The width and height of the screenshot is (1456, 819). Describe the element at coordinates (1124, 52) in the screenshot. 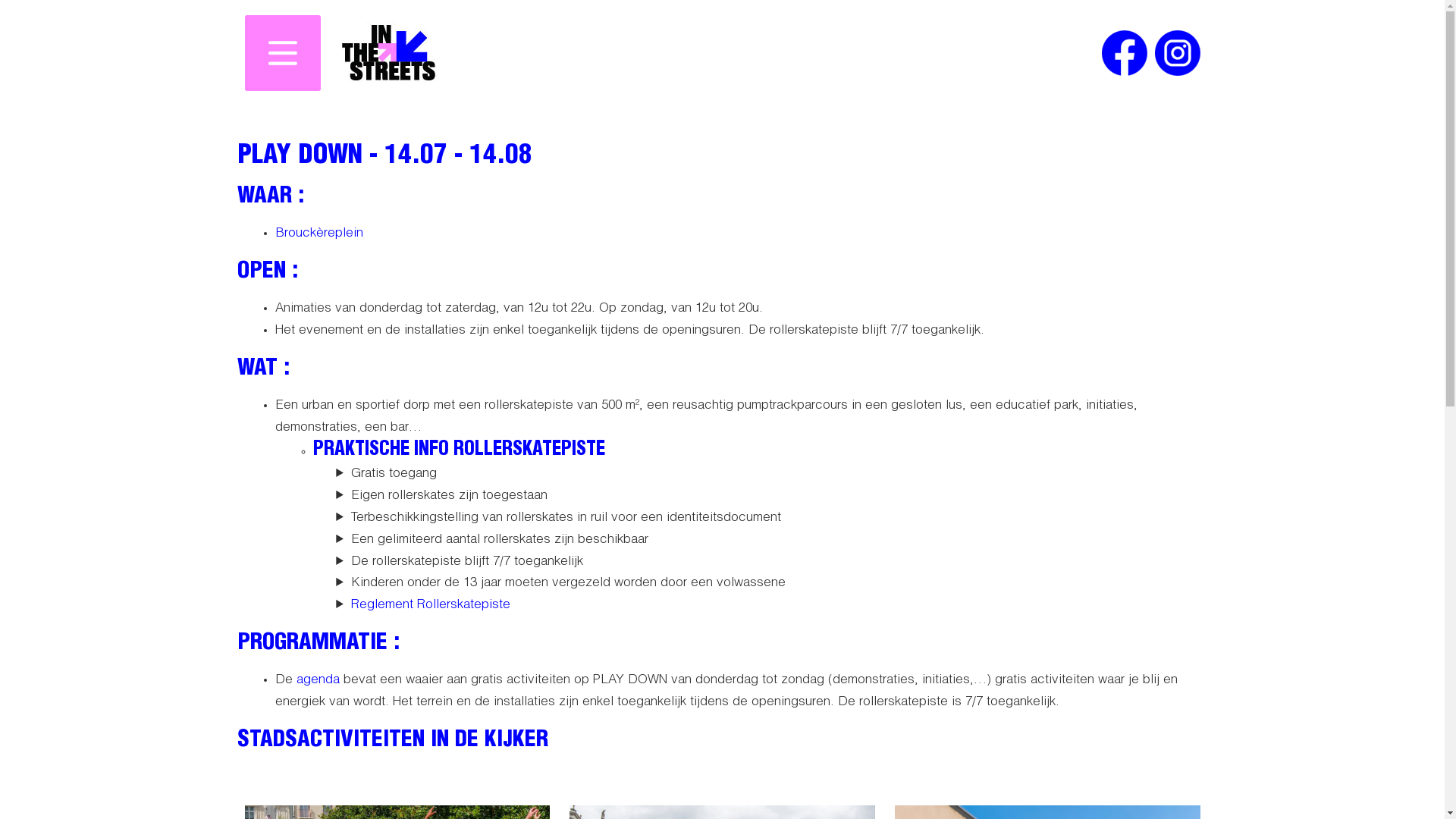

I see `'facebook-ico.png'` at that location.